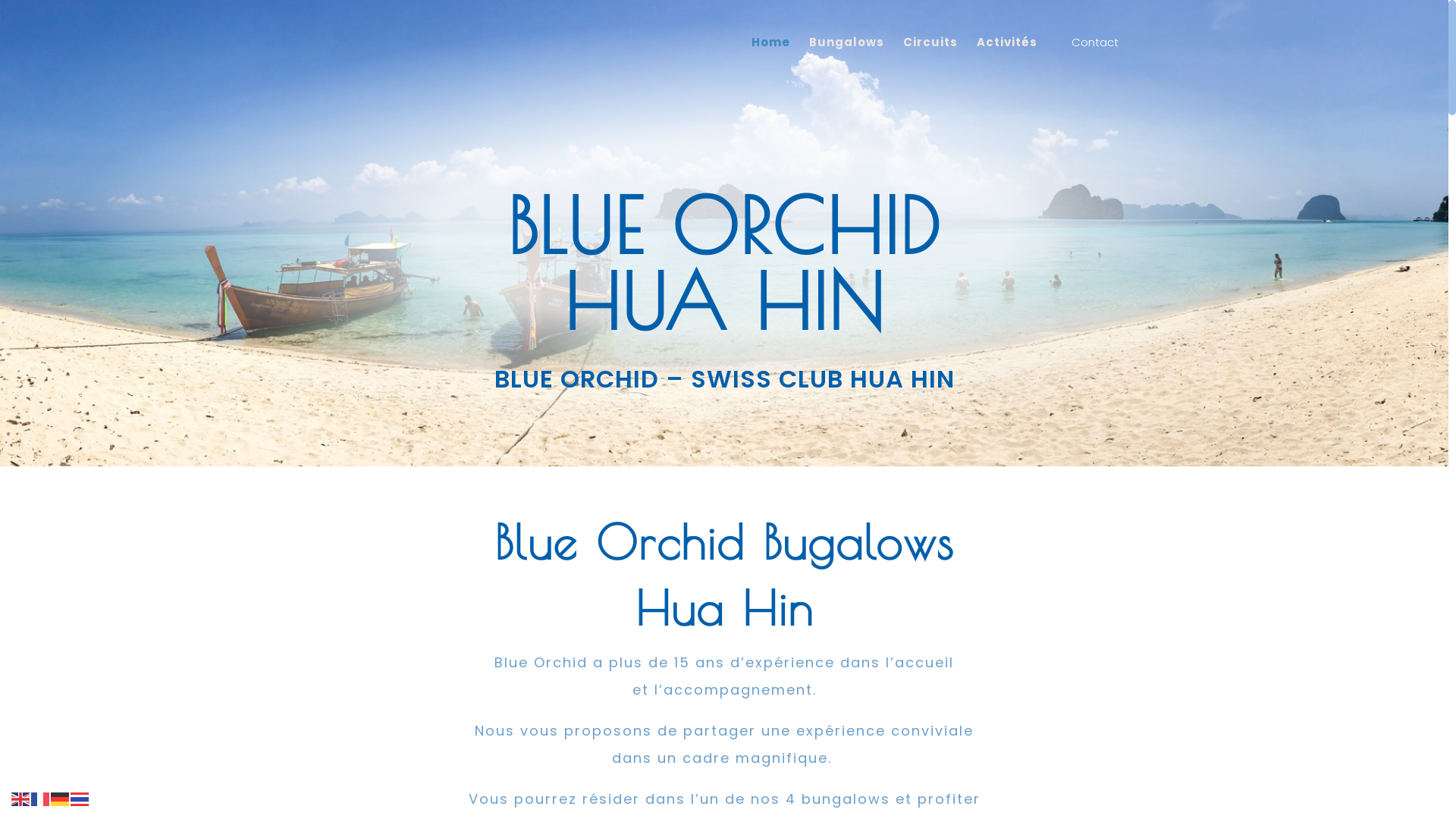 Image resolution: width=1456 pixels, height=819 pixels. What do you see at coordinates (808, 52) in the screenshot?
I see `'Bungalows'` at bounding box center [808, 52].